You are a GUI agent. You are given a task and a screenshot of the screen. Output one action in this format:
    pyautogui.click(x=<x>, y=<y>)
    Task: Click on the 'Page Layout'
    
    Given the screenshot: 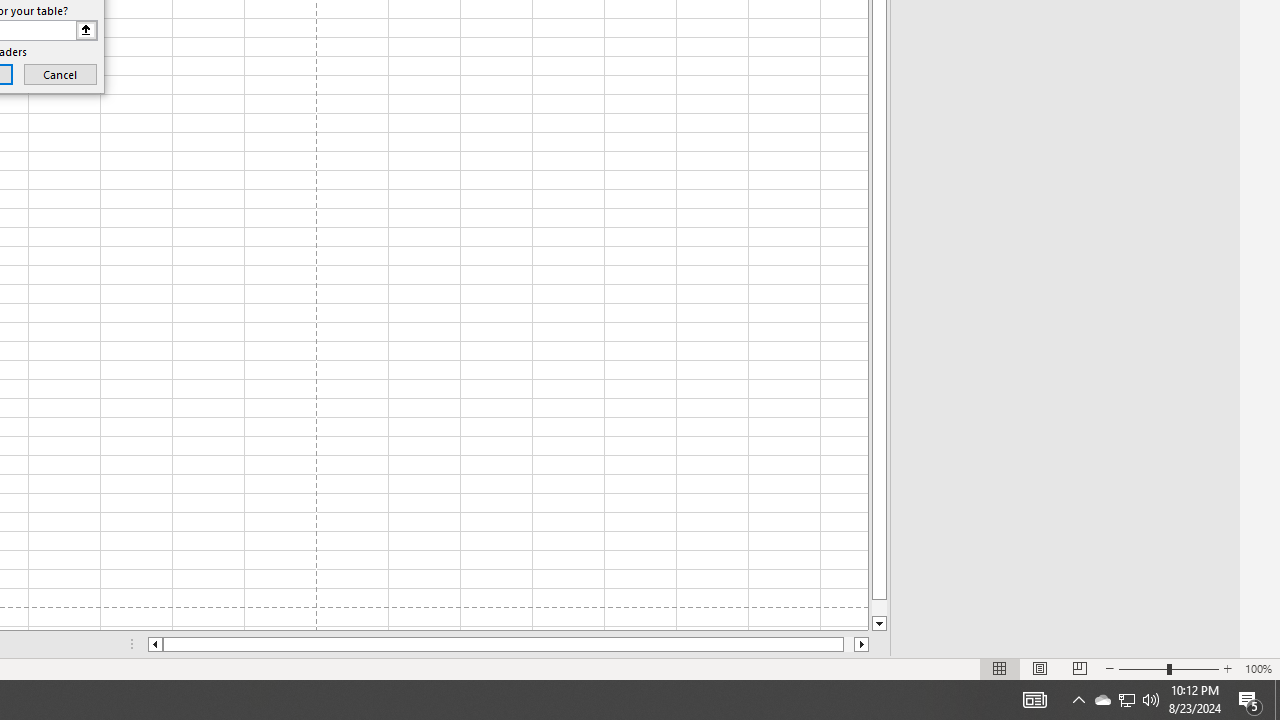 What is the action you would take?
    pyautogui.click(x=1040, y=669)
    